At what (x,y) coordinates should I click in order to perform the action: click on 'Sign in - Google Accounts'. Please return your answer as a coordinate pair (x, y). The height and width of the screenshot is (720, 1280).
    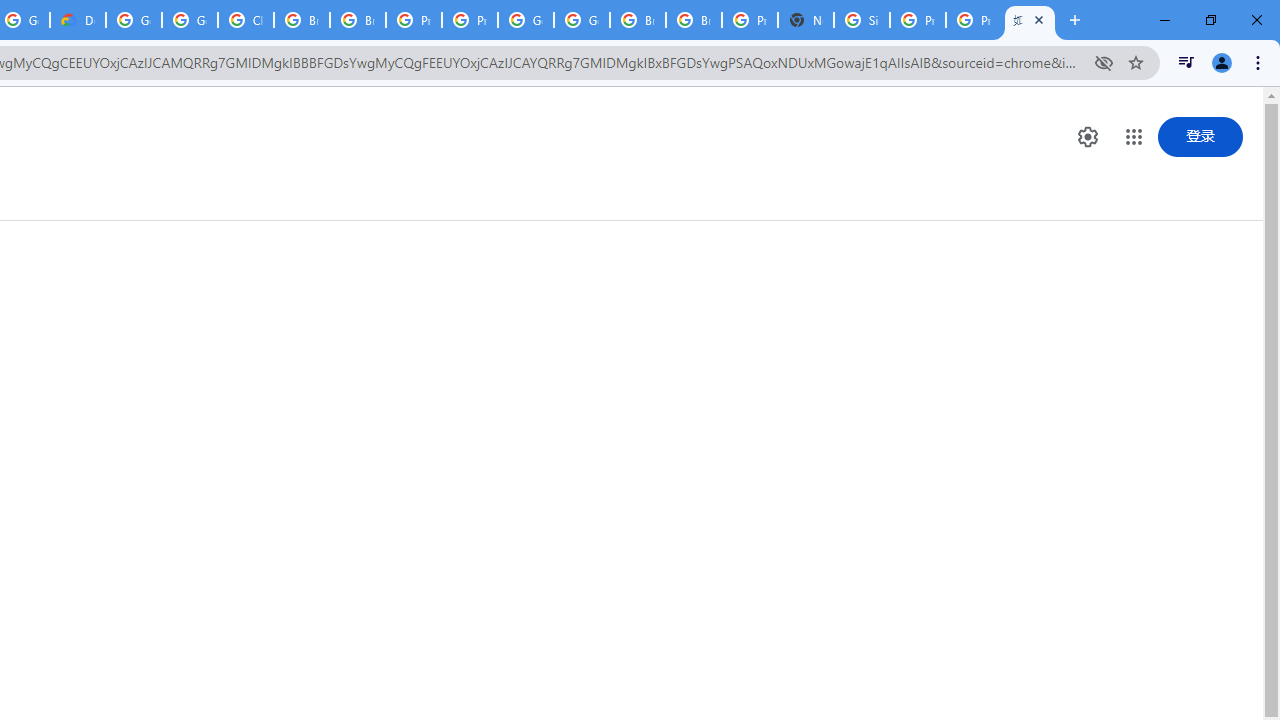
    Looking at the image, I should click on (862, 20).